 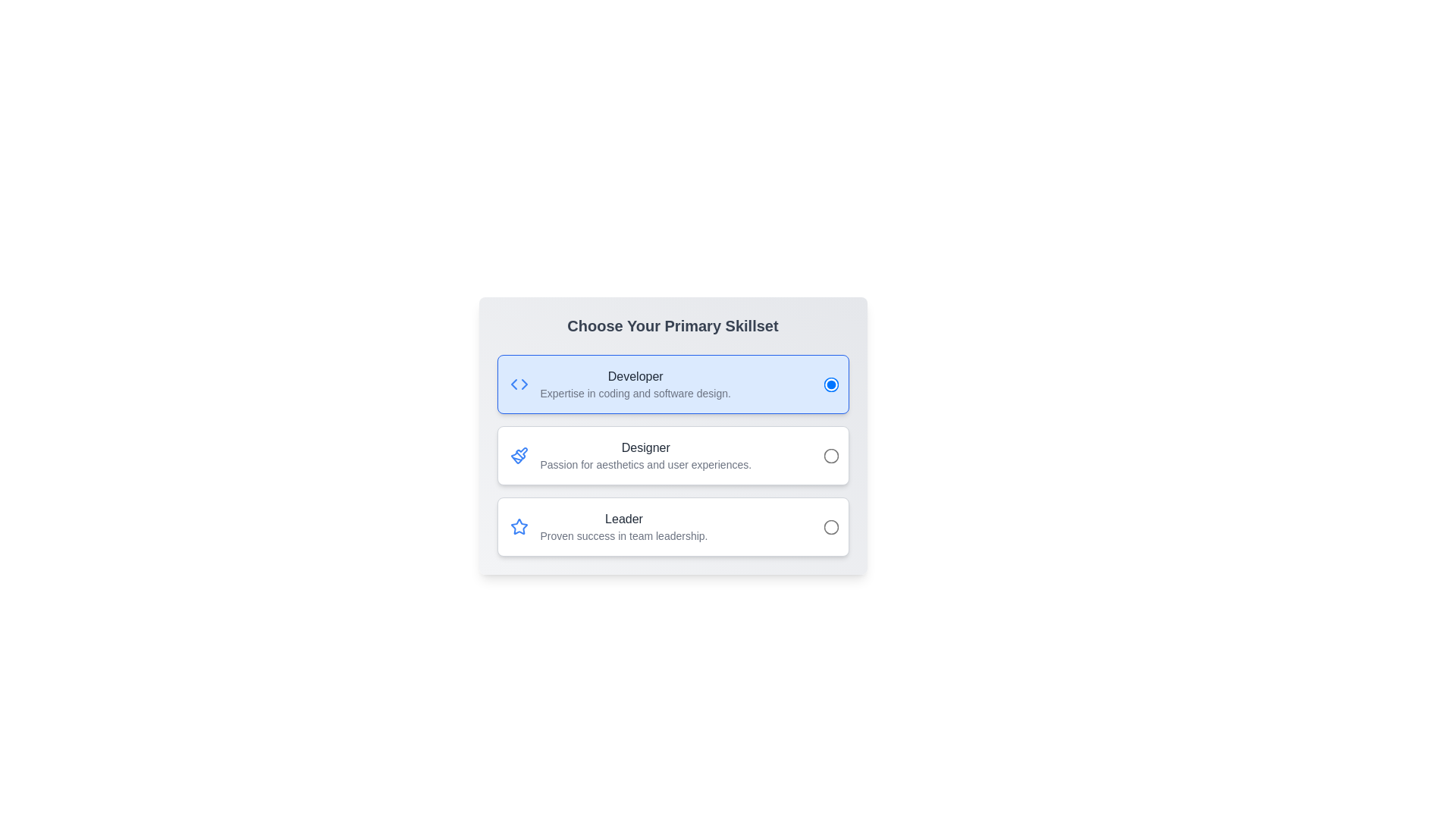 I want to click on the presence of the 'Designer' icon located to the left of the text in the 'Choose Your Primary Skillset' section, so click(x=519, y=455).